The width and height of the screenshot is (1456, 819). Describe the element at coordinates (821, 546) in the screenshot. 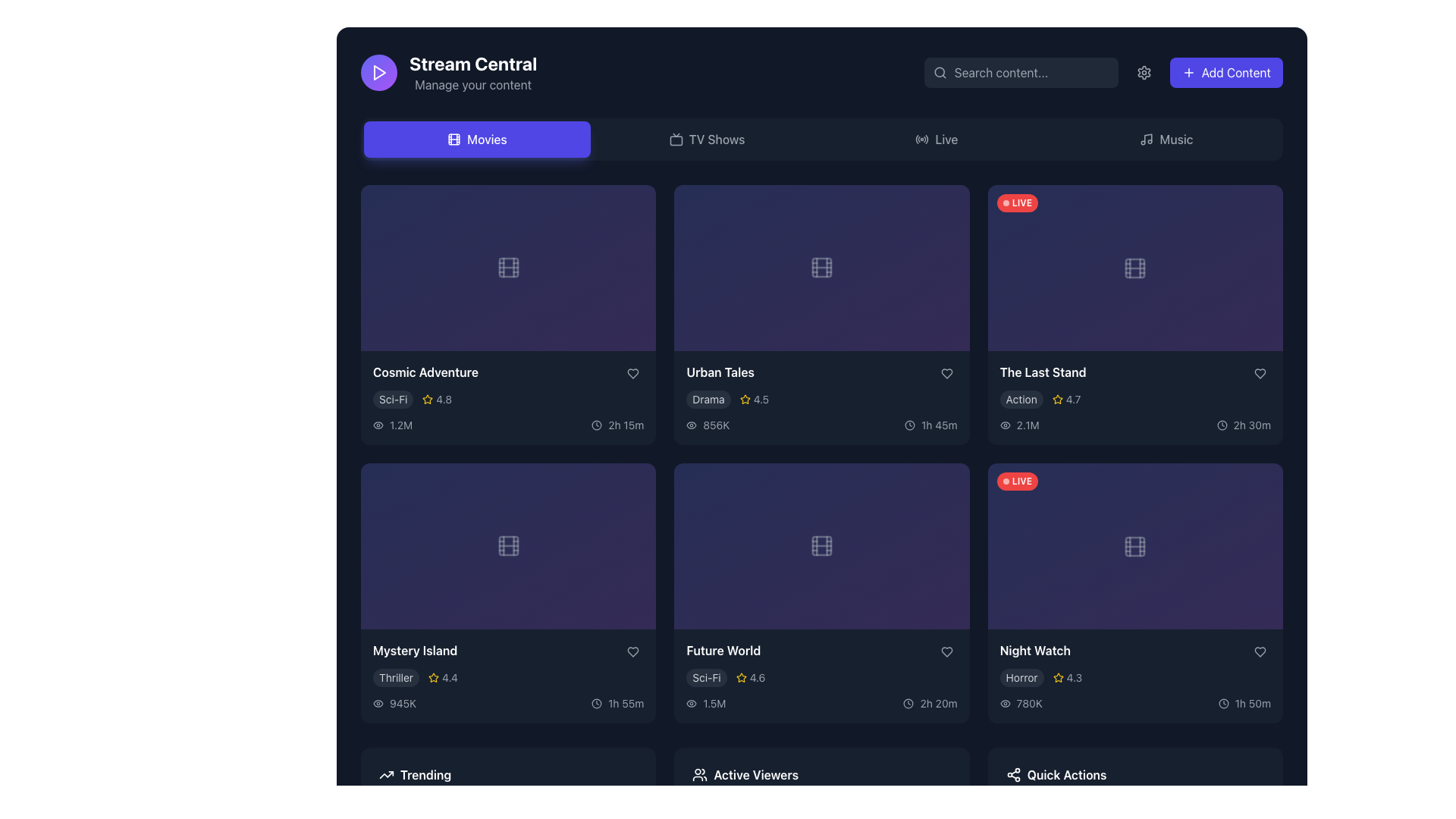

I see `the media content icon with a filmstrip design located within the 'Future World' card, positioned in the second row and third column of the grid layout` at that location.